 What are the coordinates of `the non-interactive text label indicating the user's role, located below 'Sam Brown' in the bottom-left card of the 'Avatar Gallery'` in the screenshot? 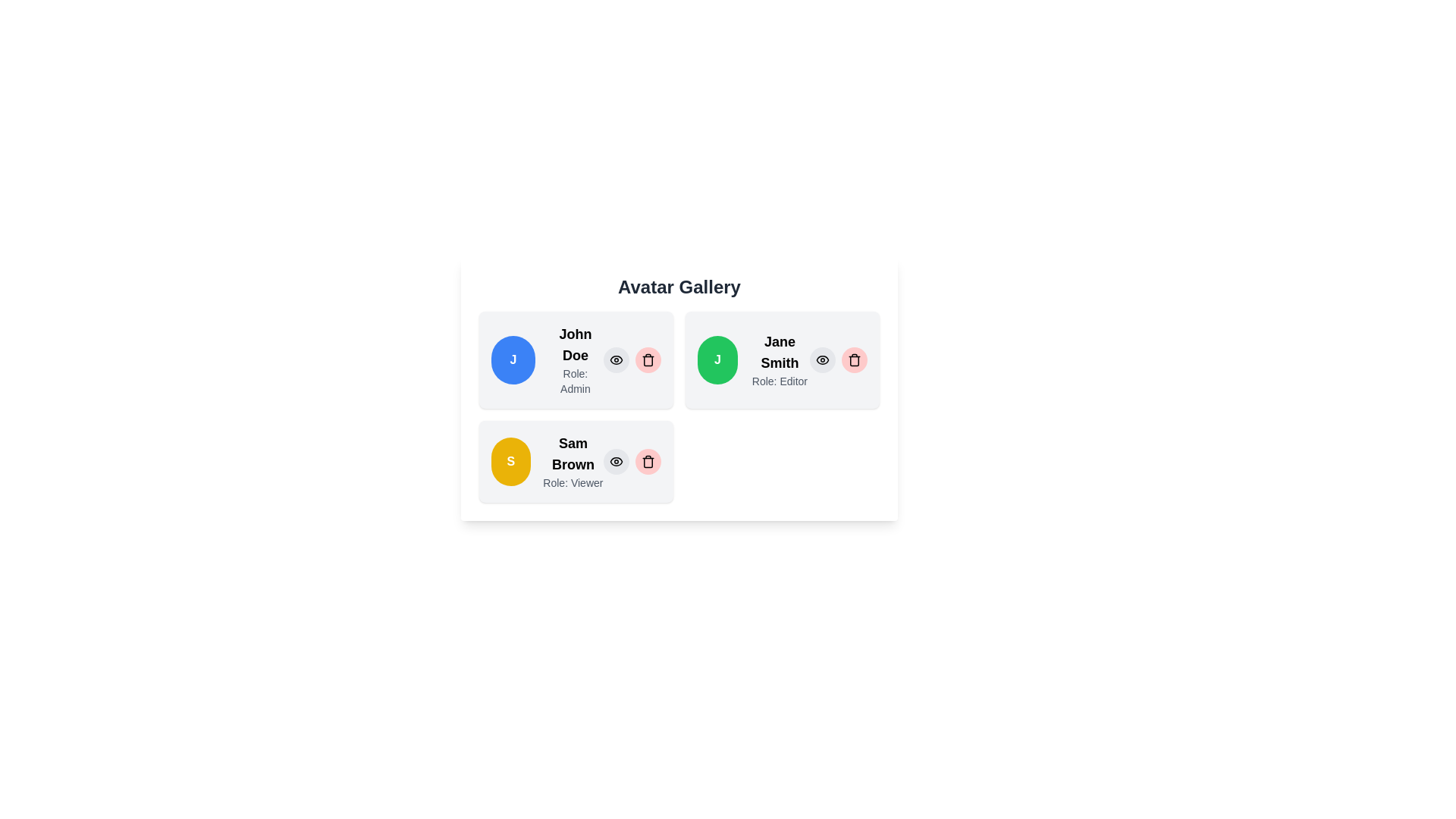 It's located at (572, 482).